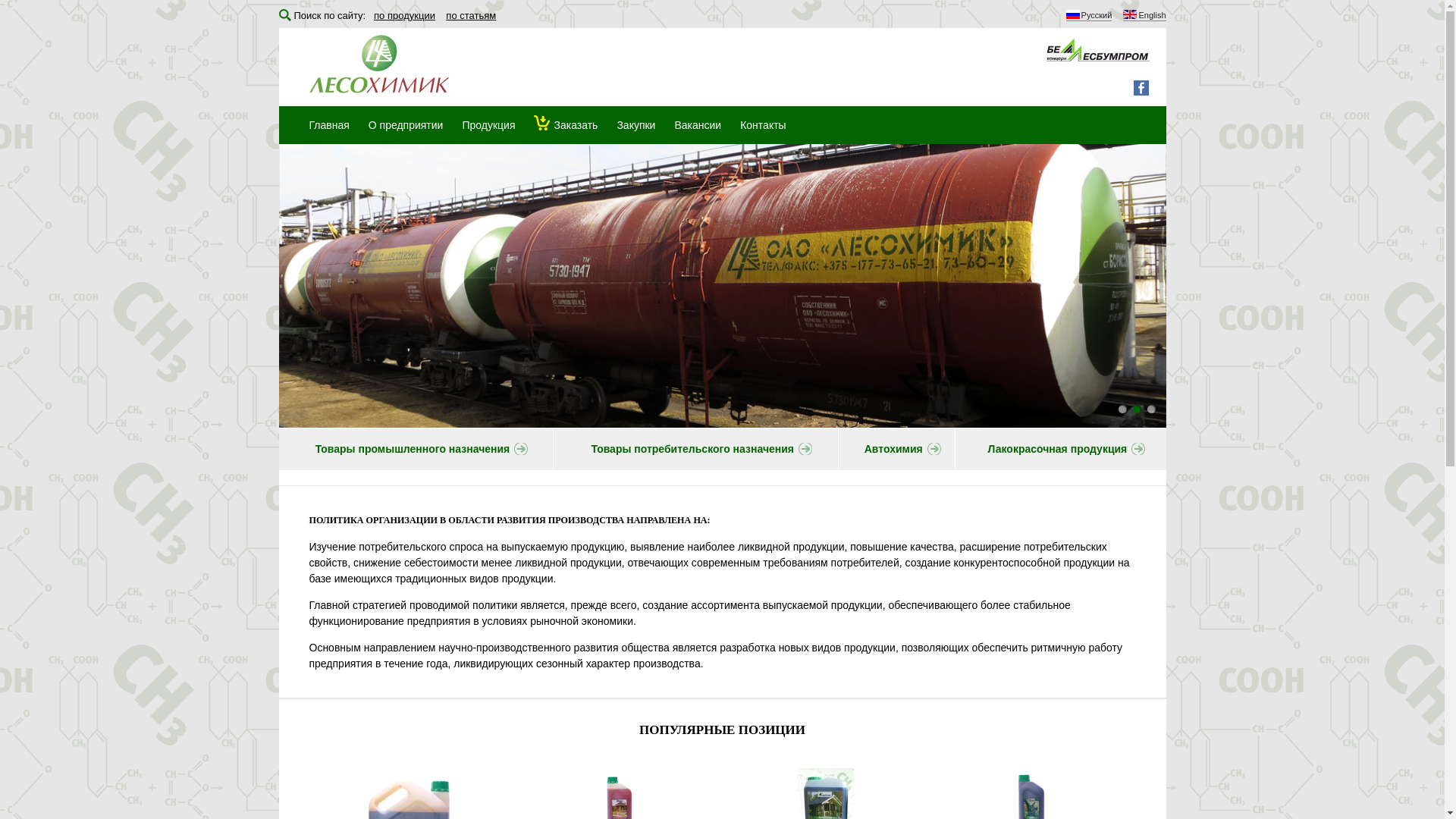  Describe the element at coordinates (1144, 16) in the screenshot. I see `'English'` at that location.